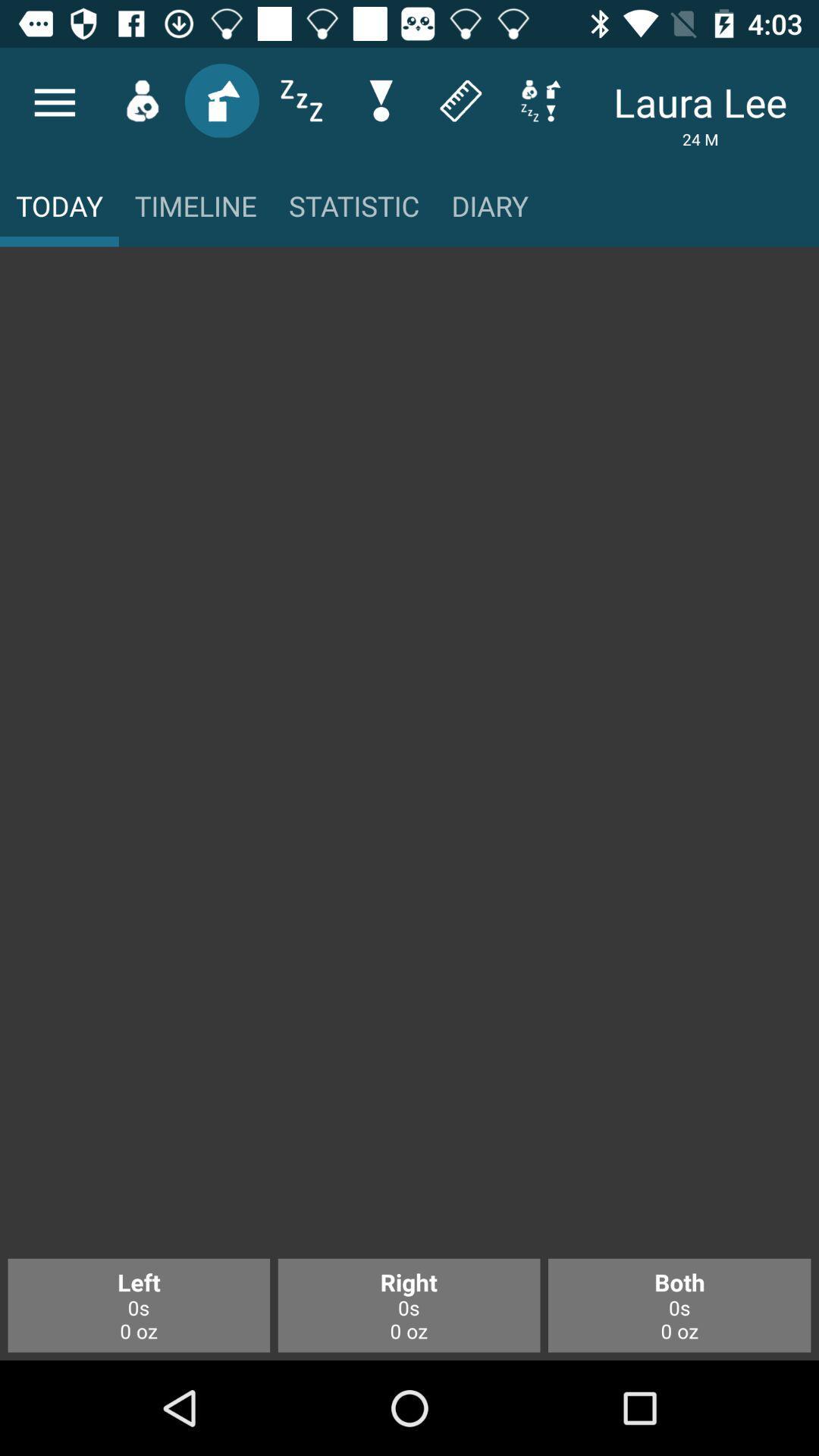  I want to click on the menu icon, so click(54, 102).